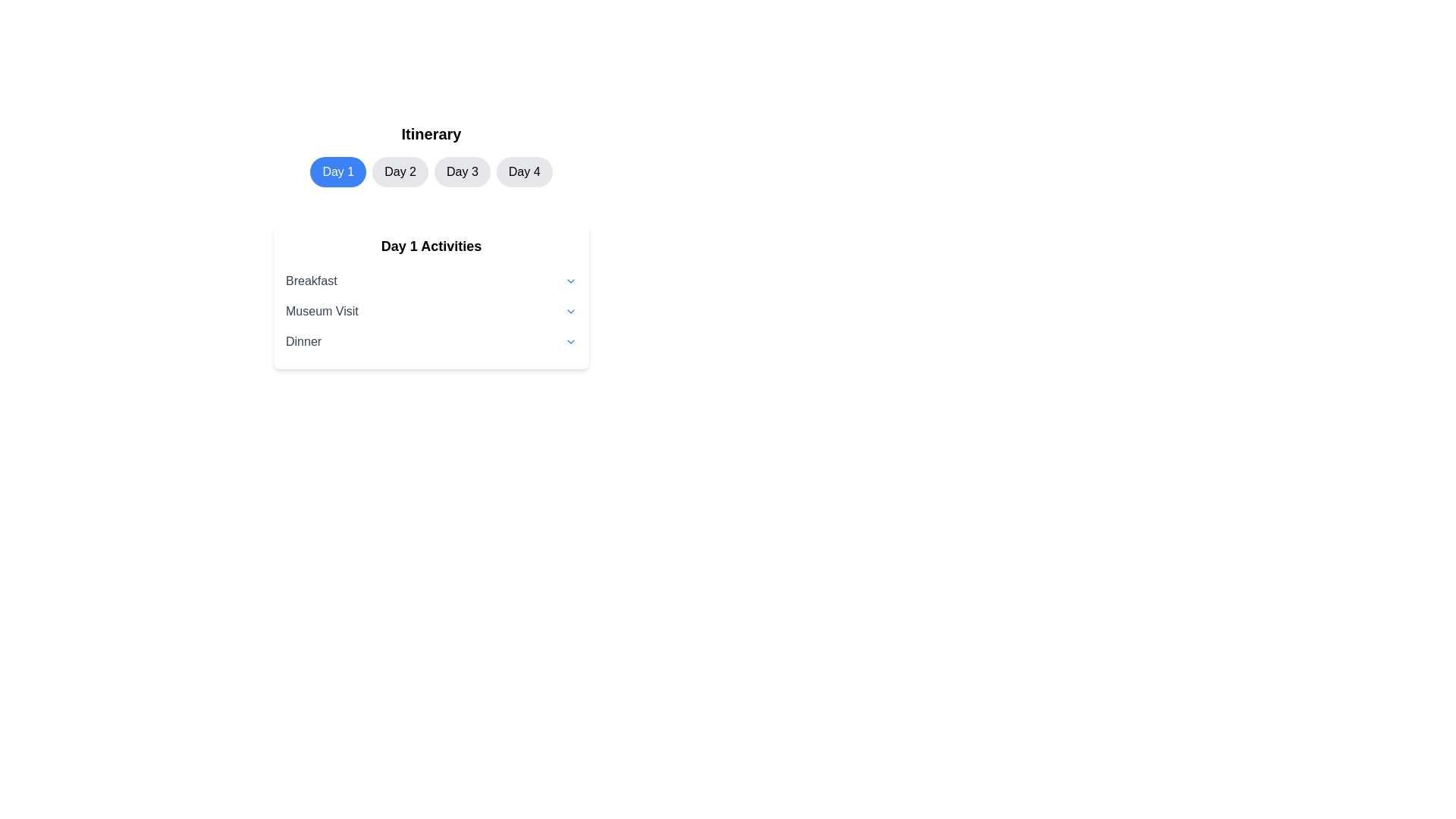  I want to click on the dropdown control button located to the far right of the 'Museum Visit' row, so click(570, 311).